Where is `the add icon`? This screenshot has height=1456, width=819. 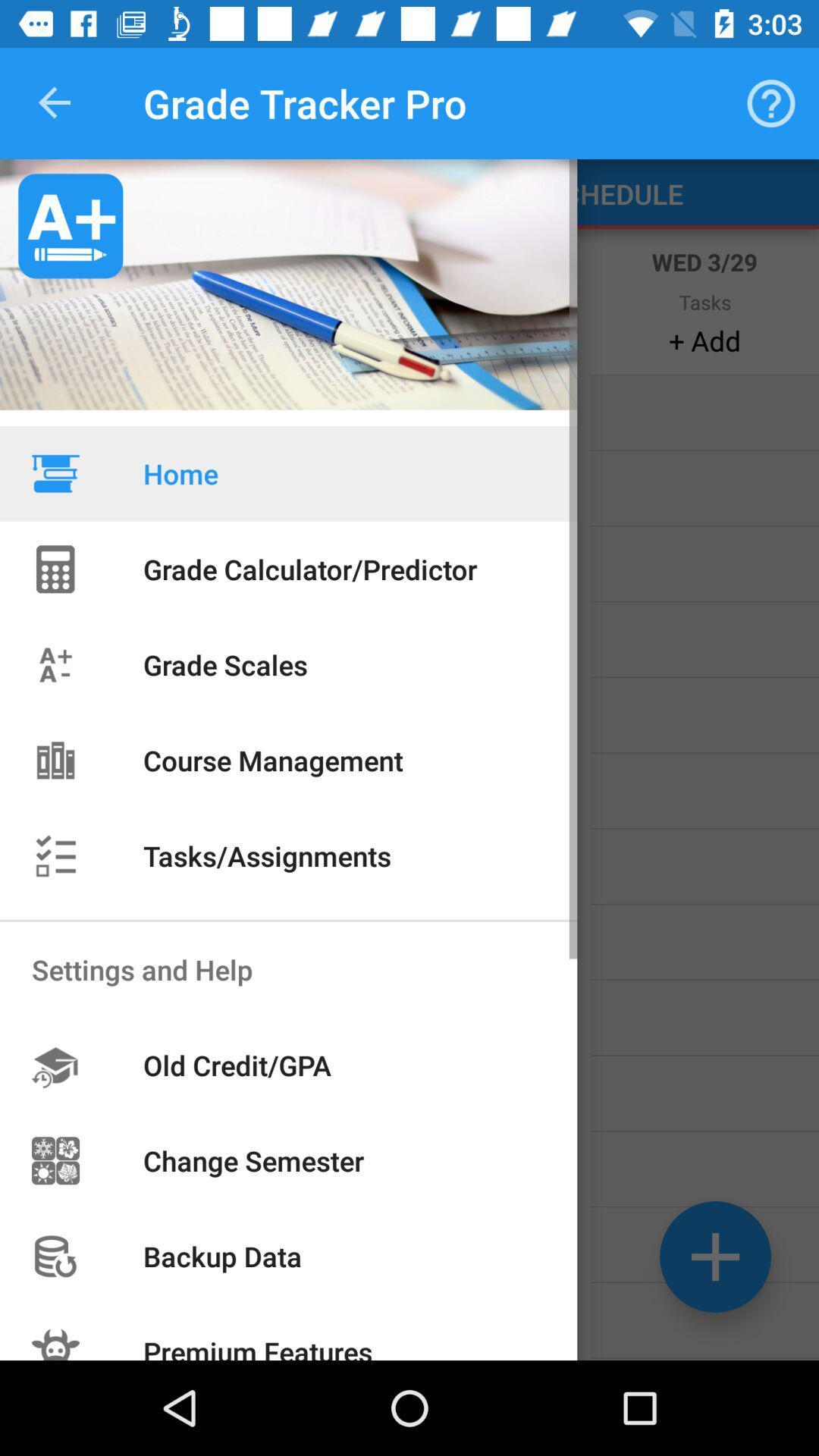
the add icon is located at coordinates (715, 1257).